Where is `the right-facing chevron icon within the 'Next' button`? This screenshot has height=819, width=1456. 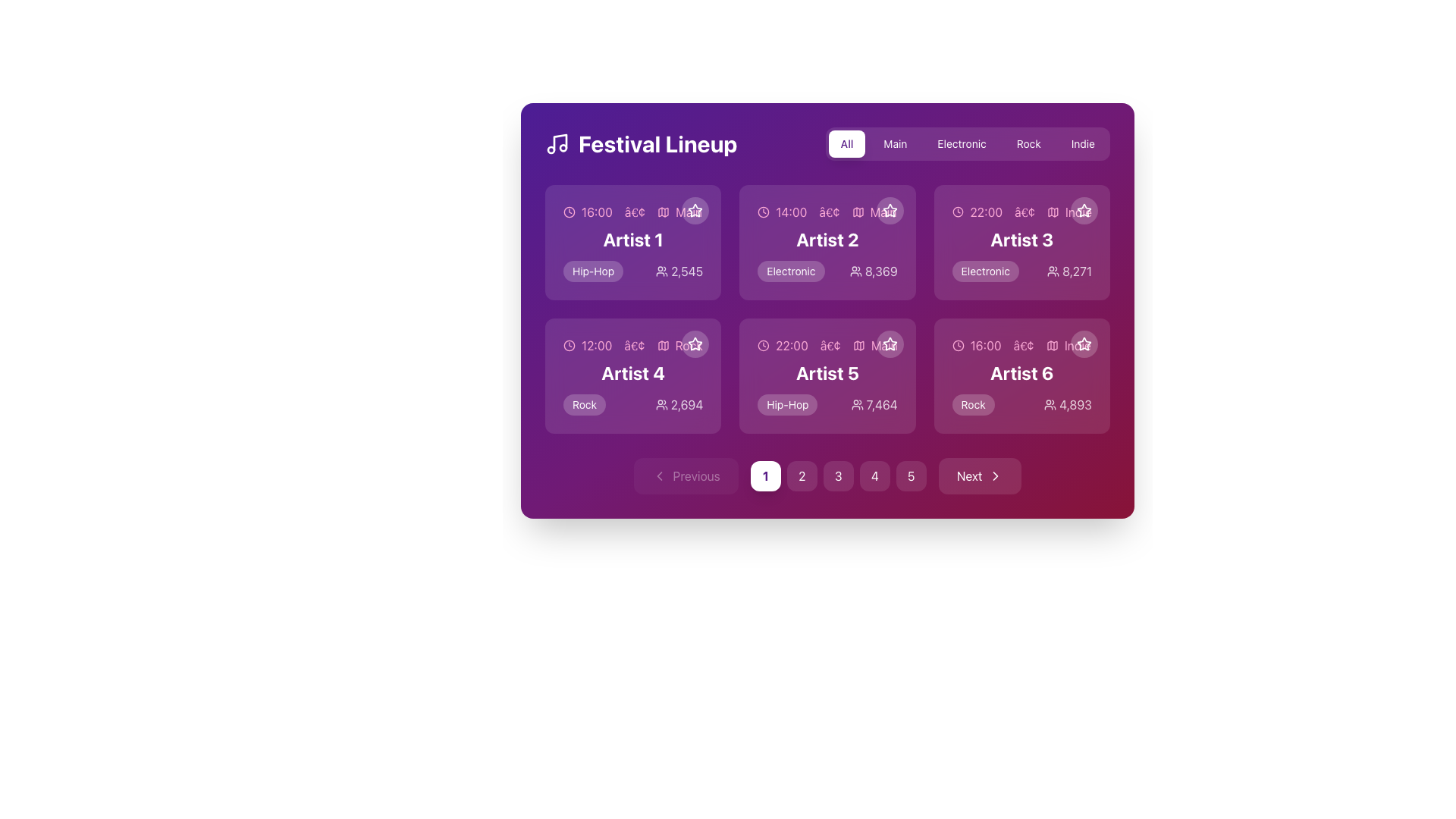
the right-facing chevron icon within the 'Next' button is located at coordinates (996, 475).